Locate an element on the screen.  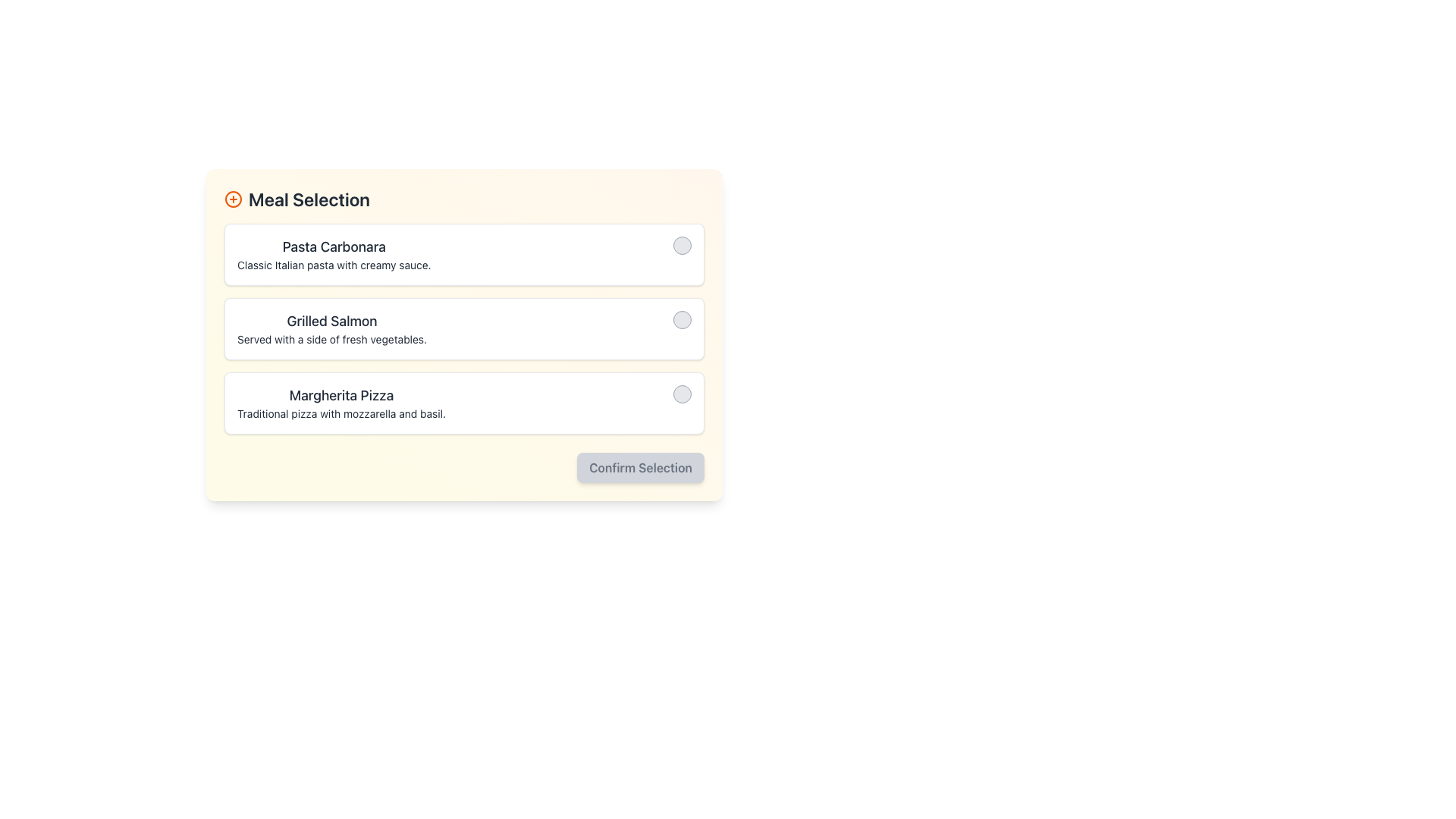
the meal option represented by the third List Item in the menu by clicking on the circular UI element located at its far-right edge is located at coordinates (463, 403).